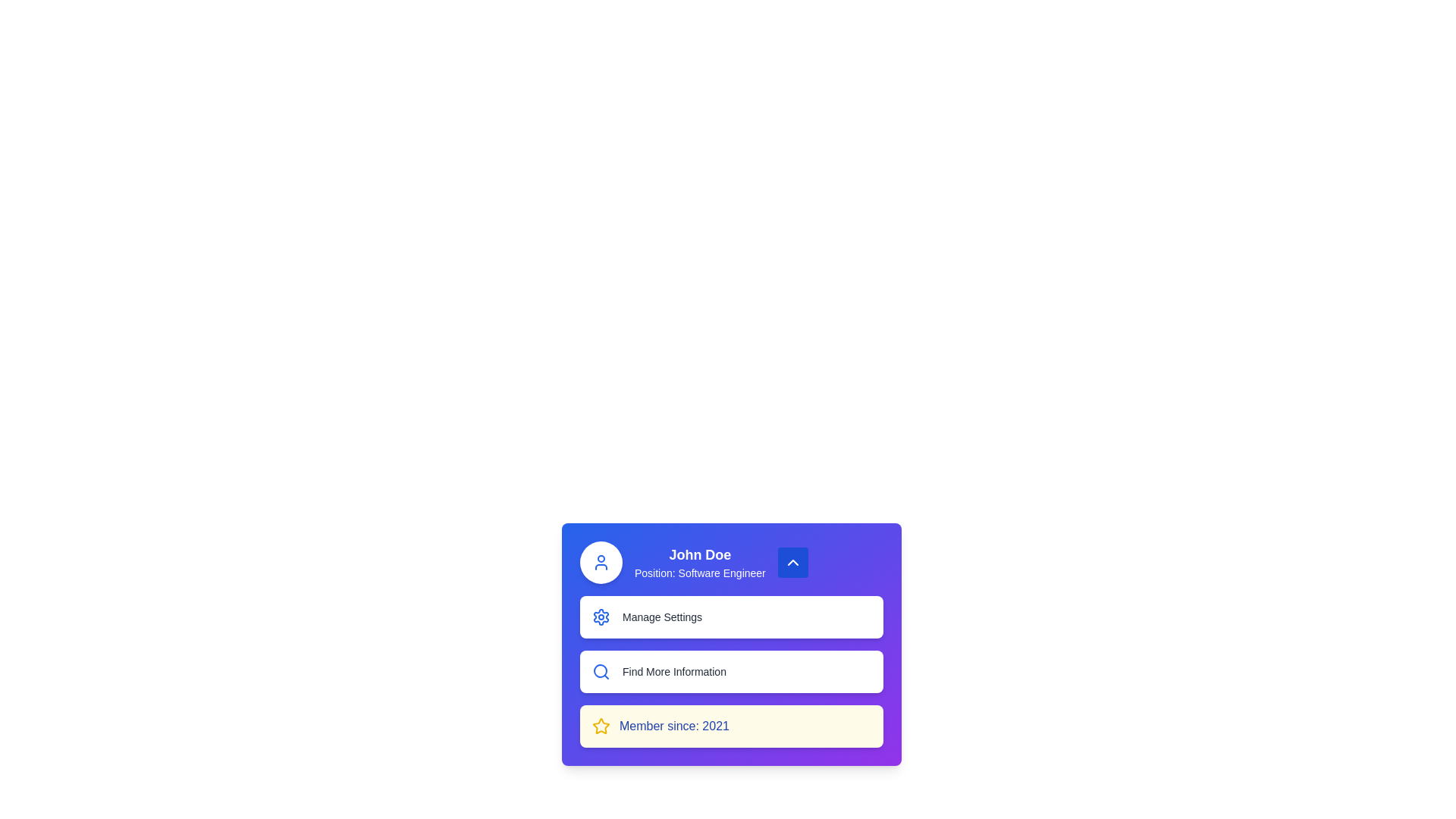  Describe the element at coordinates (600, 562) in the screenshot. I see `the user-avatar icon located in the top-left corner of the profile header section to interact with the profile` at that location.